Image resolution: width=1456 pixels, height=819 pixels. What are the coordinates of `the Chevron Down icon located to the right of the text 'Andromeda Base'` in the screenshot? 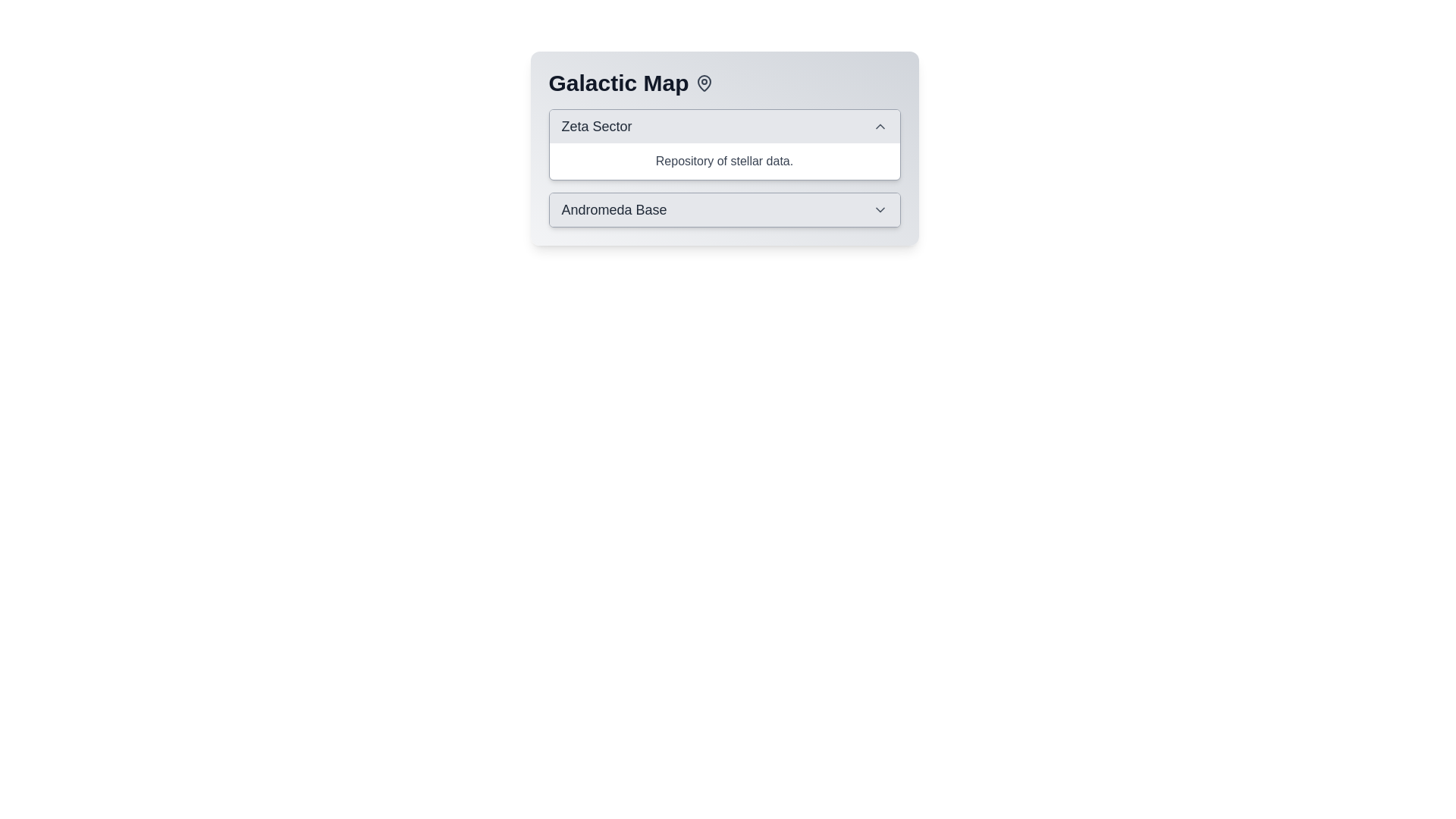 It's located at (880, 210).